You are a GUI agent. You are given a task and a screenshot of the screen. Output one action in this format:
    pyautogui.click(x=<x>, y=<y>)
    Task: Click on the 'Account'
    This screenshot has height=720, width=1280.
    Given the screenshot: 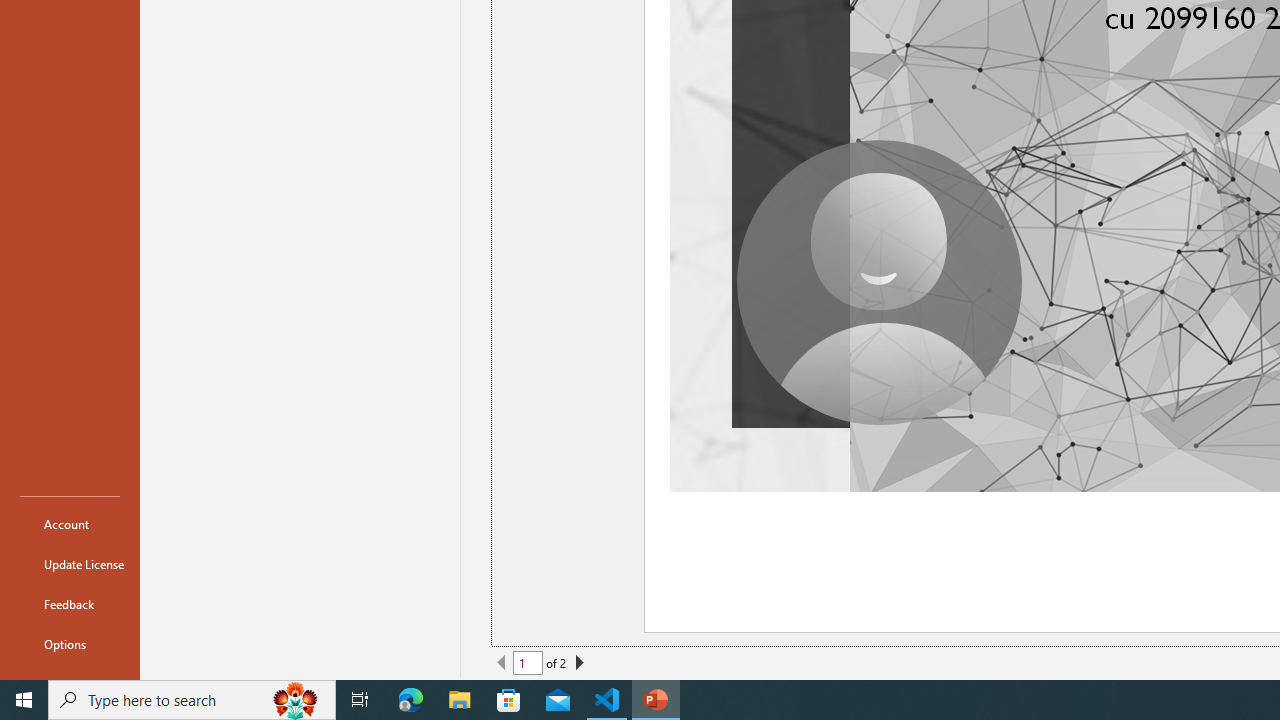 What is the action you would take?
    pyautogui.click(x=69, y=523)
    